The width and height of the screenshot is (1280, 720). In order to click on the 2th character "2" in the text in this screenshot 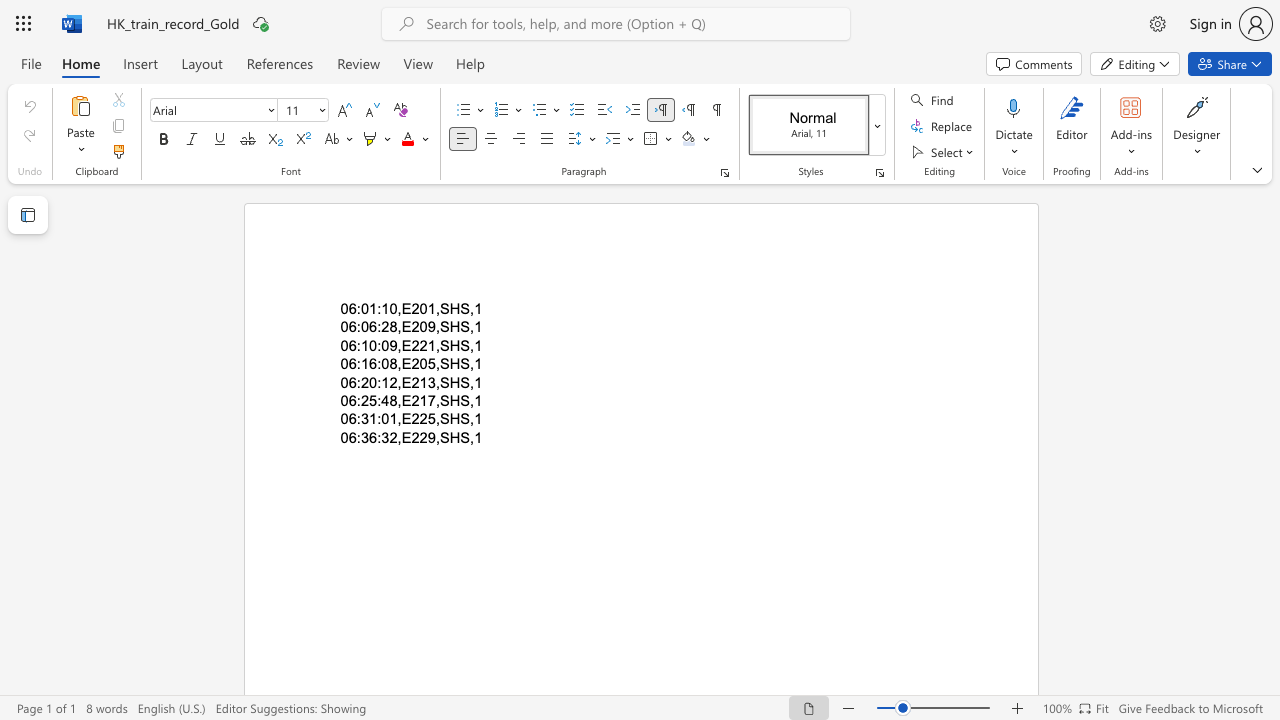, I will do `click(414, 401)`.